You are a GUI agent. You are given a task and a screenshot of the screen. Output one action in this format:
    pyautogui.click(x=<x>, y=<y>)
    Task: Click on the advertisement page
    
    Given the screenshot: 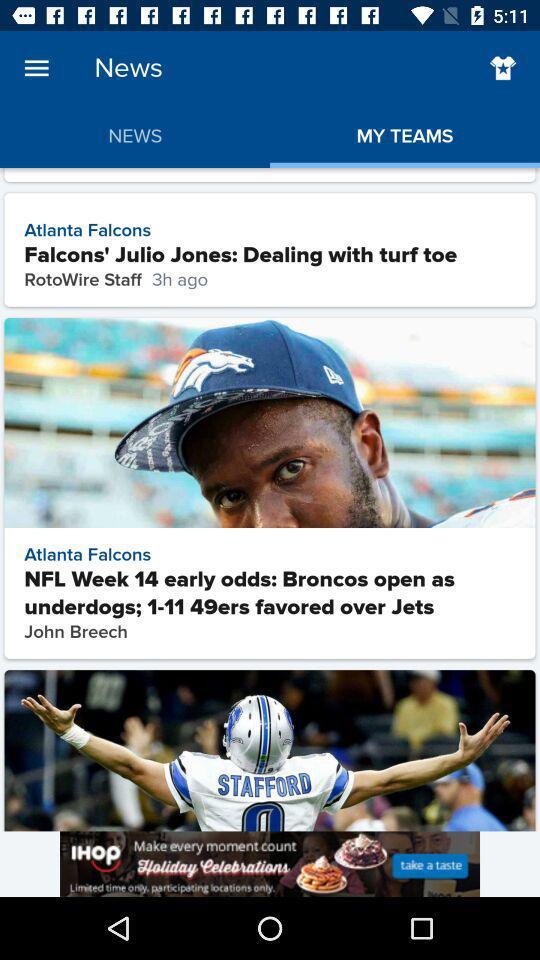 What is the action you would take?
    pyautogui.click(x=270, y=863)
    